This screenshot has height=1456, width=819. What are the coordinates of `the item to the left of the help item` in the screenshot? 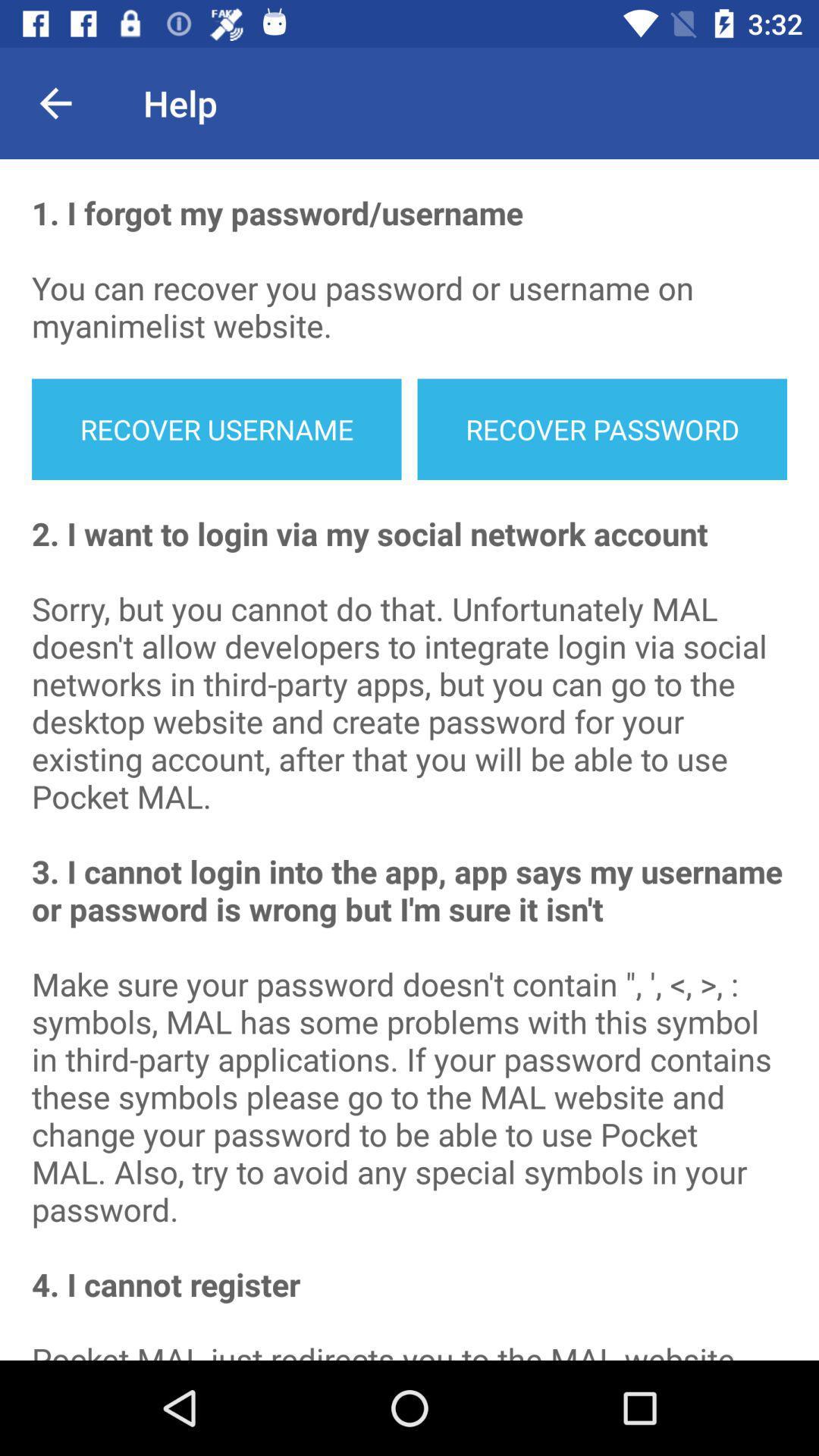 It's located at (55, 102).